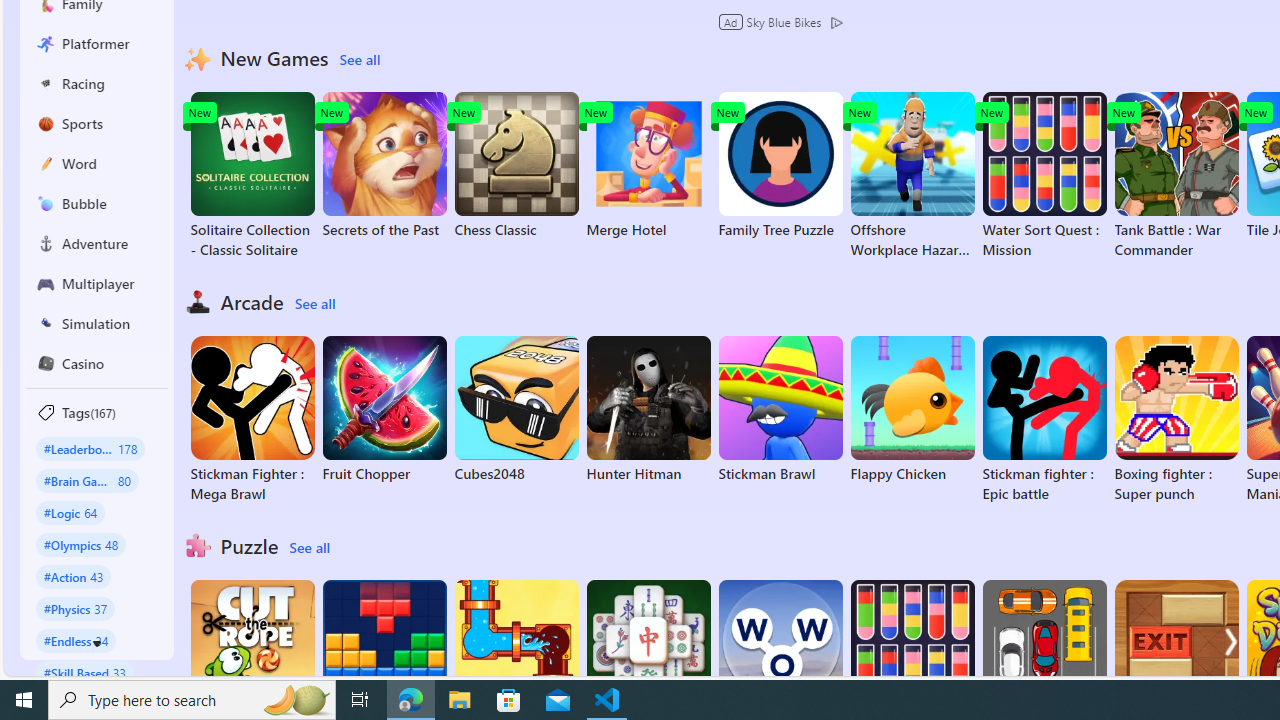 This screenshot has width=1280, height=720. Describe the element at coordinates (251, 419) in the screenshot. I see `'Stickman Fighter : Mega Brawl'` at that location.